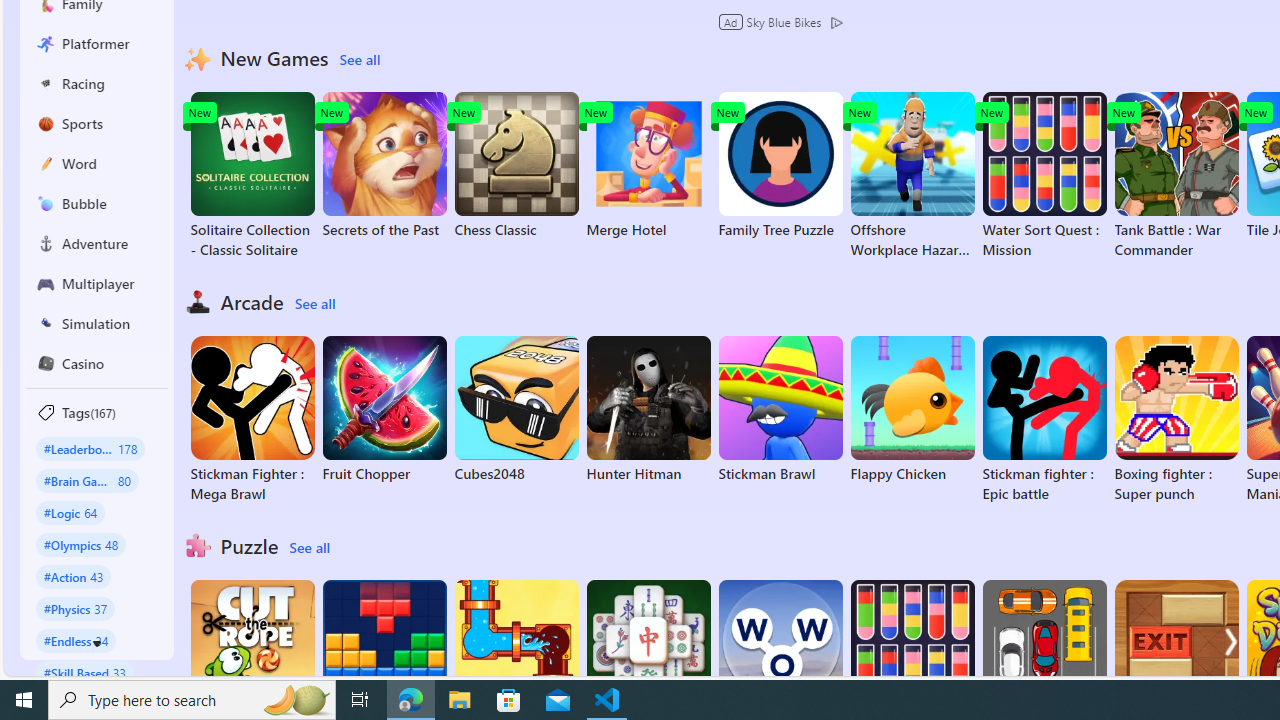 This screenshot has width=1280, height=720. Describe the element at coordinates (251, 419) in the screenshot. I see `'Stickman Fighter : Mega Brawl'` at that location.